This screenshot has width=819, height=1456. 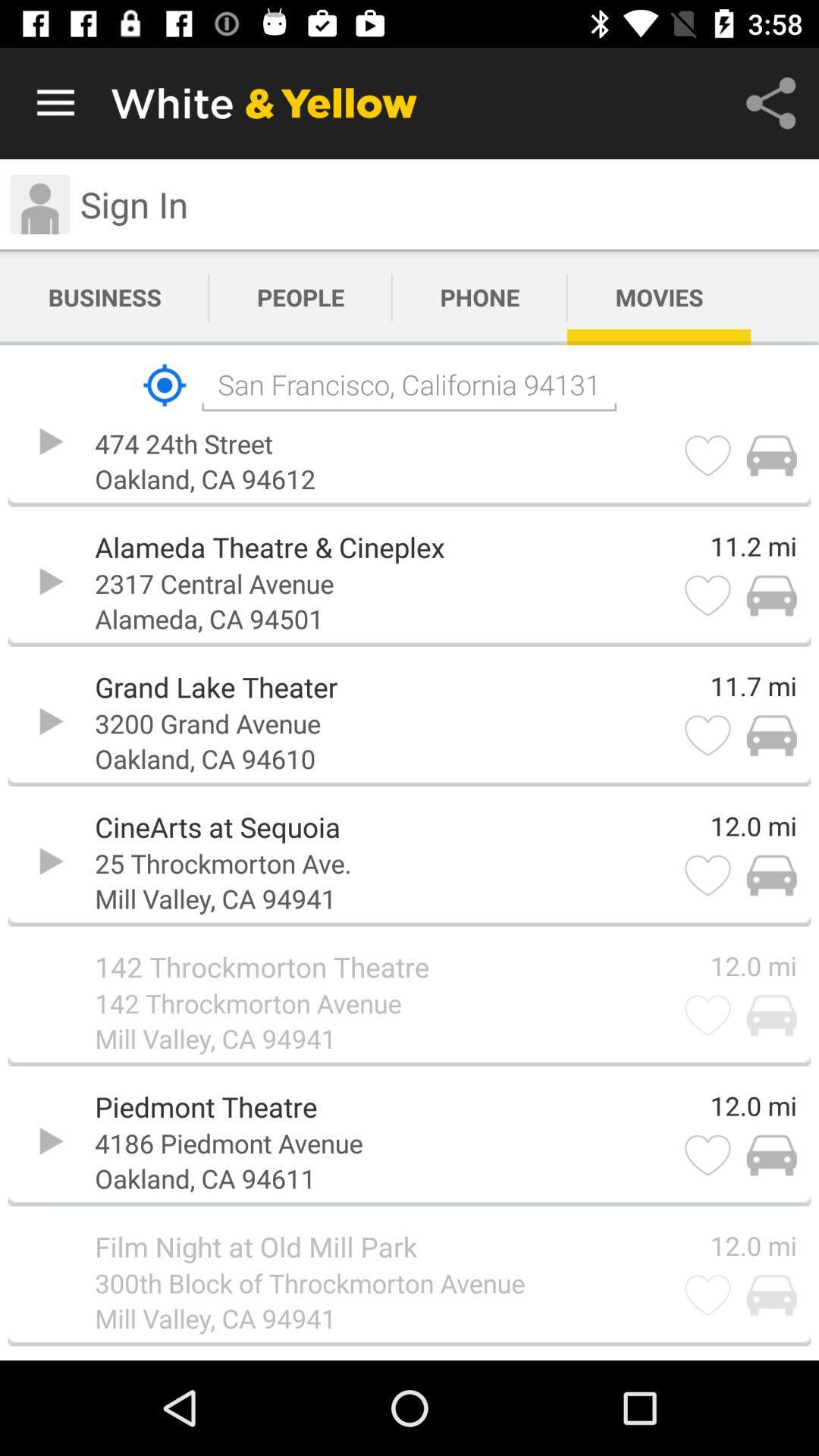 I want to click on the item below the business item, so click(x=165, y=385).